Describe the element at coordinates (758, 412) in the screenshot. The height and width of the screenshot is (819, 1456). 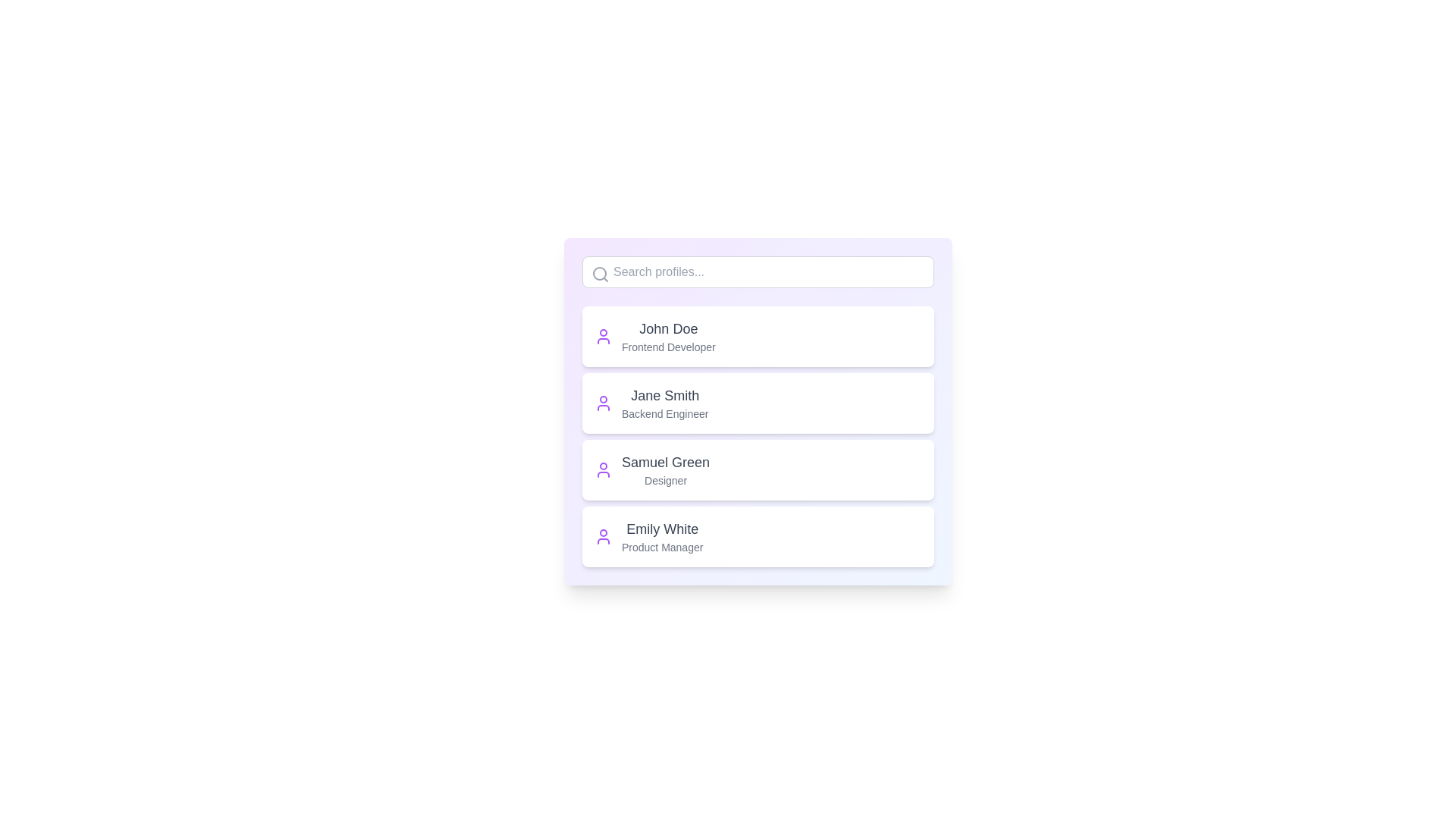
I see `the list item displaying 'Jane Smith' with the job title 'Backend Engineer'` at that location.